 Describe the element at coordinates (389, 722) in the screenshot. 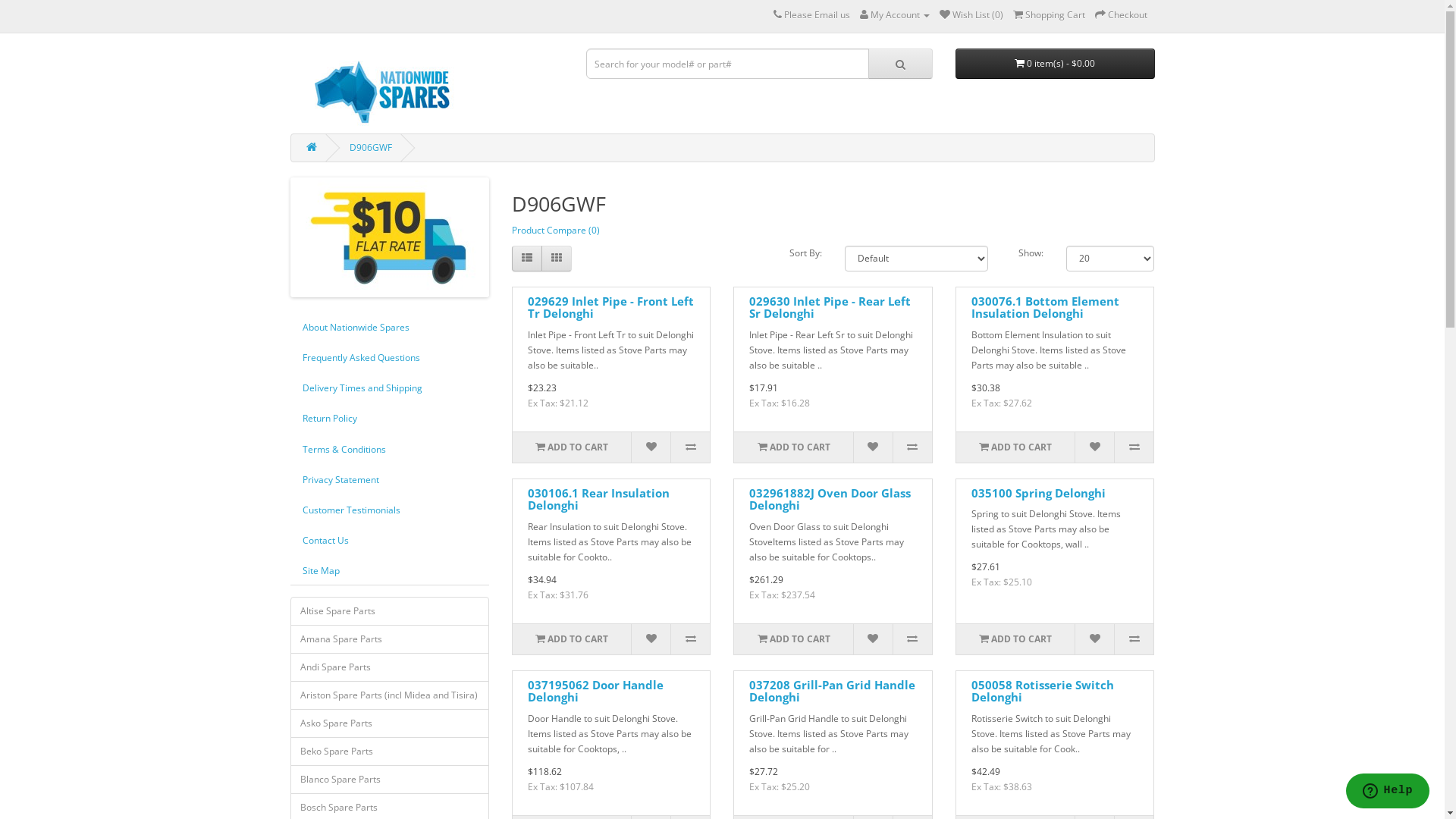

I see `'Asko Spare Parts'` at that location.